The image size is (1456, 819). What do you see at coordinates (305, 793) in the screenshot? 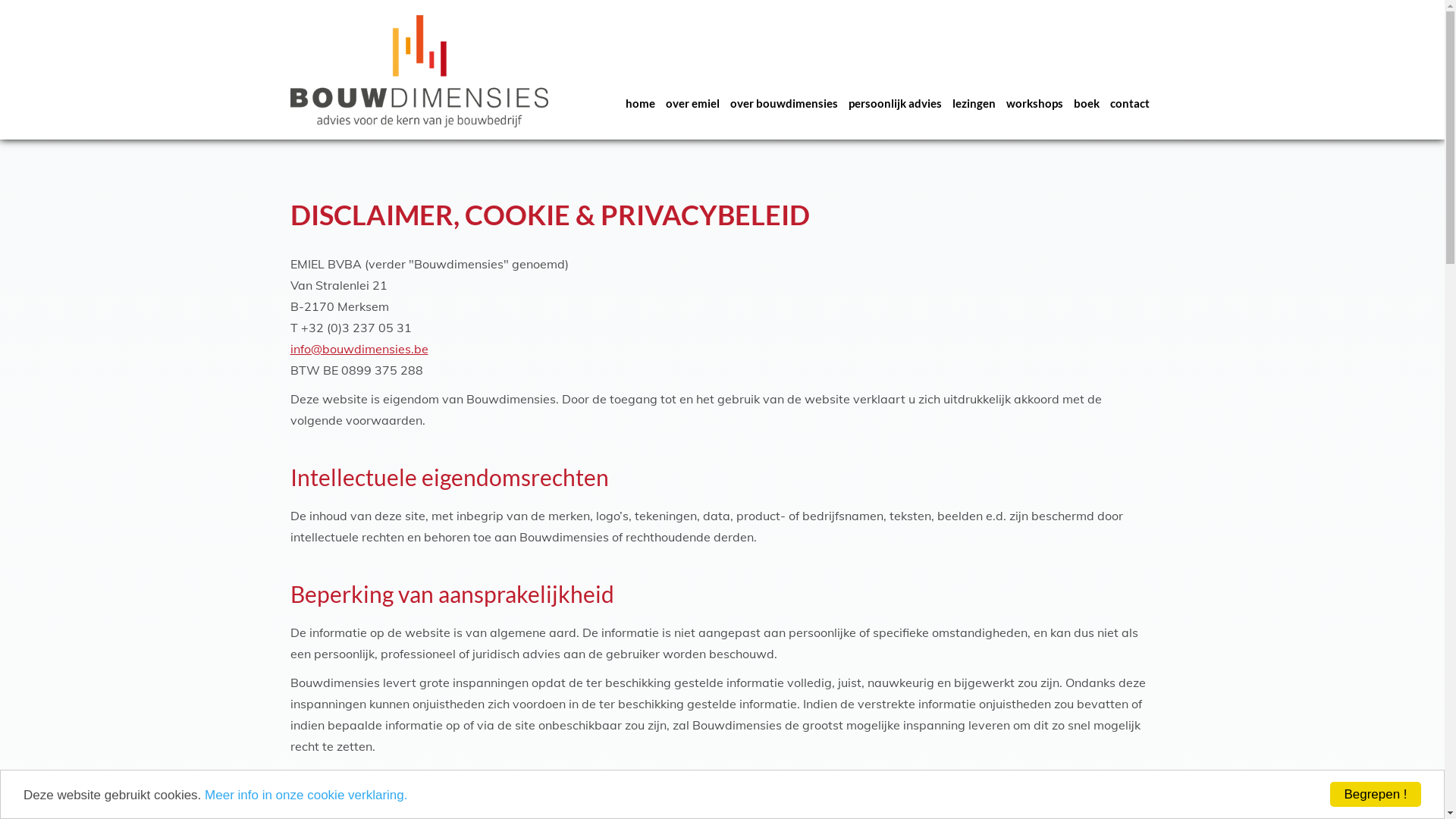
I see `'Meer info in onze cookie verklaring.'` at bounding box center [305, 793].